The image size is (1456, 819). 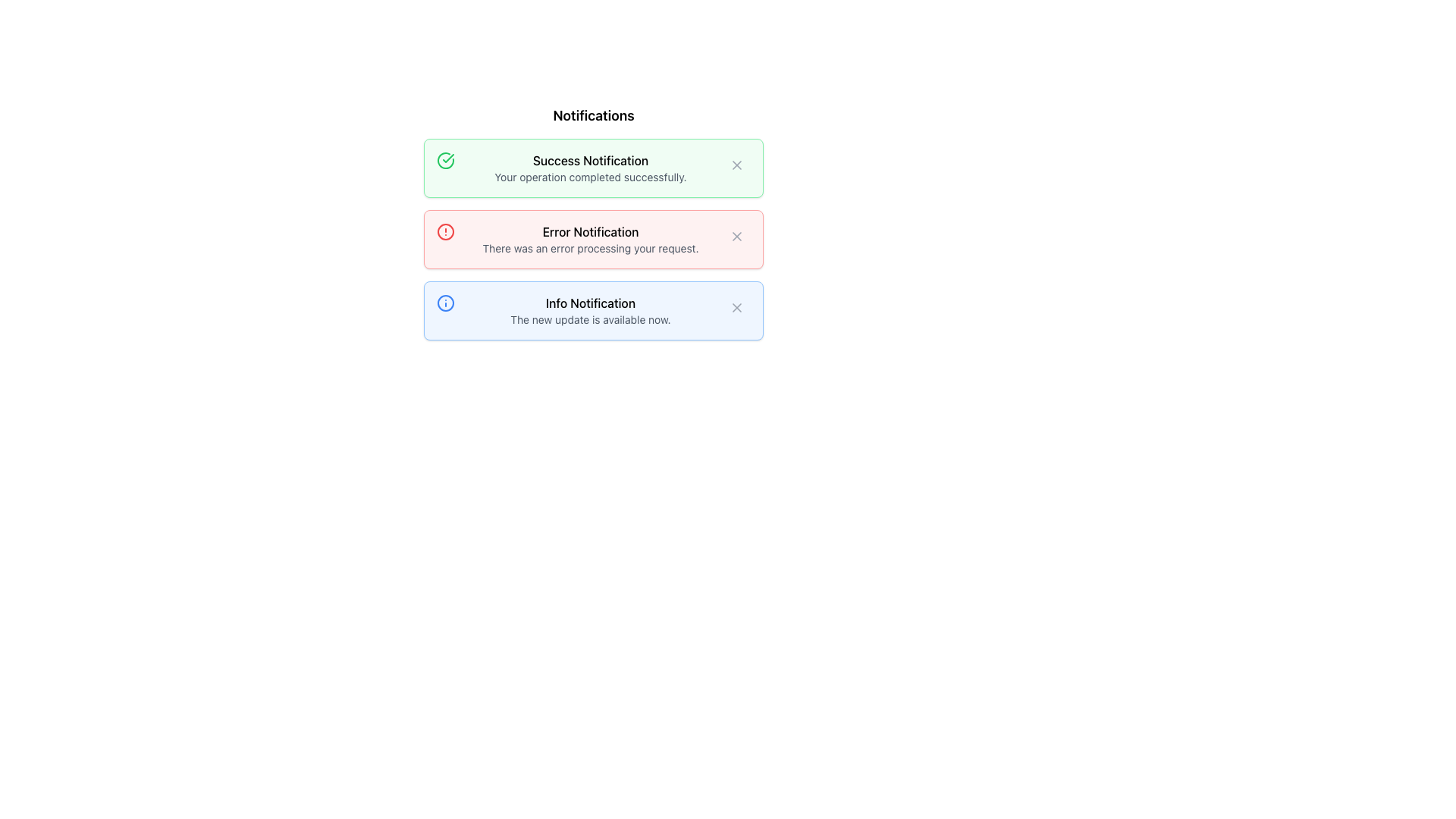 What do you see at coordinates (589, 239) in the screenshot?
I see `the 'Error Notification' text label, which displays a bold black title and a gray message text within a light red rectangular area, positioned centrally between the 'Success Notification' and 'Info Notification'` at bounding box center [589, 239].